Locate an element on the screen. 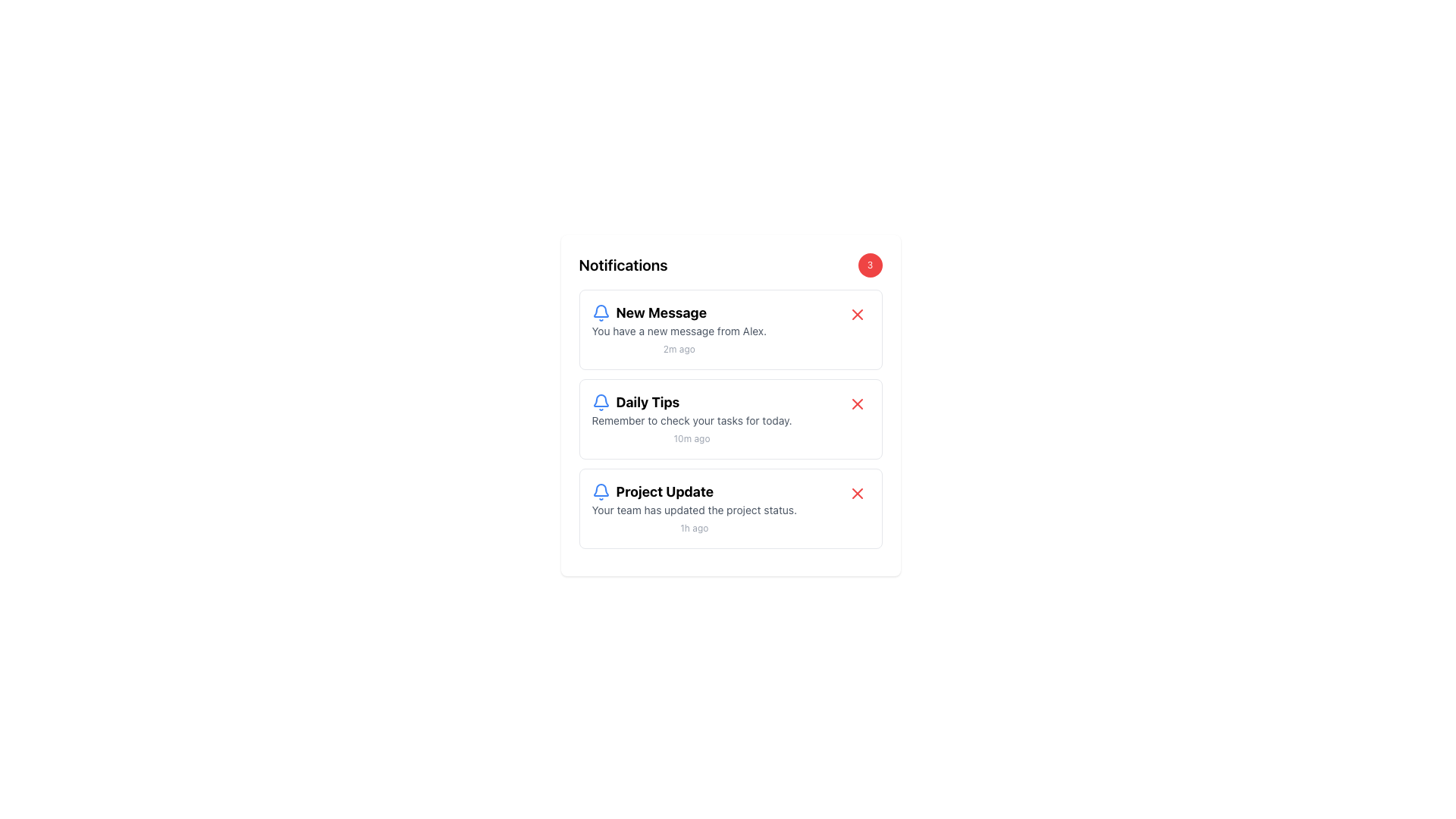 The width and height of the screenshot is (1456, 819). the '10m ago' text label in the Daily Tips notification card, which is styled in a gray font and positioned near the bottom-right corner is located at coordinates (691, 438).